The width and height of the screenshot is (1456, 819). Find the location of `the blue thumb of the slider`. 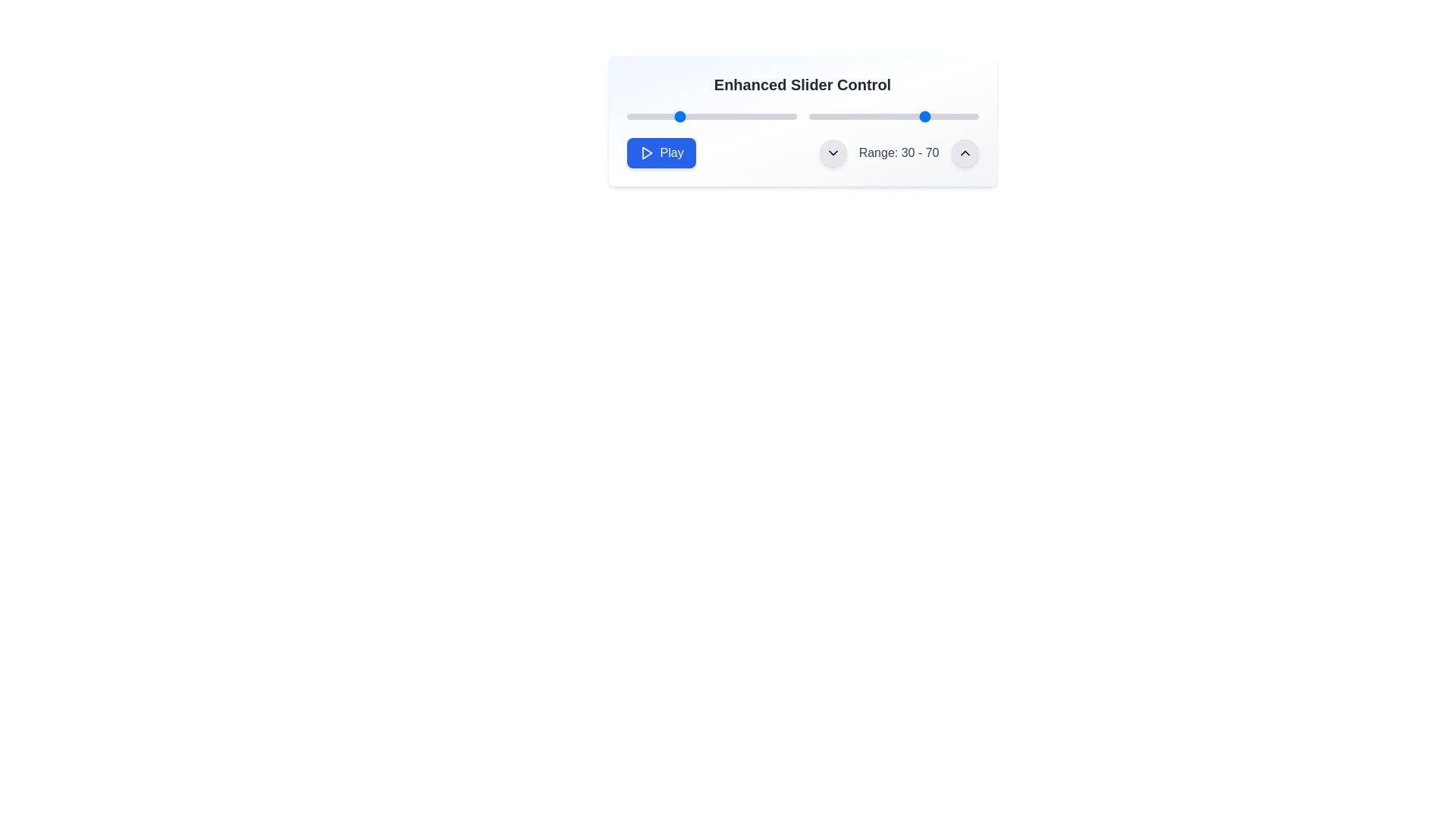

the blue thumb of the slider is located at coordinates (711, 116).